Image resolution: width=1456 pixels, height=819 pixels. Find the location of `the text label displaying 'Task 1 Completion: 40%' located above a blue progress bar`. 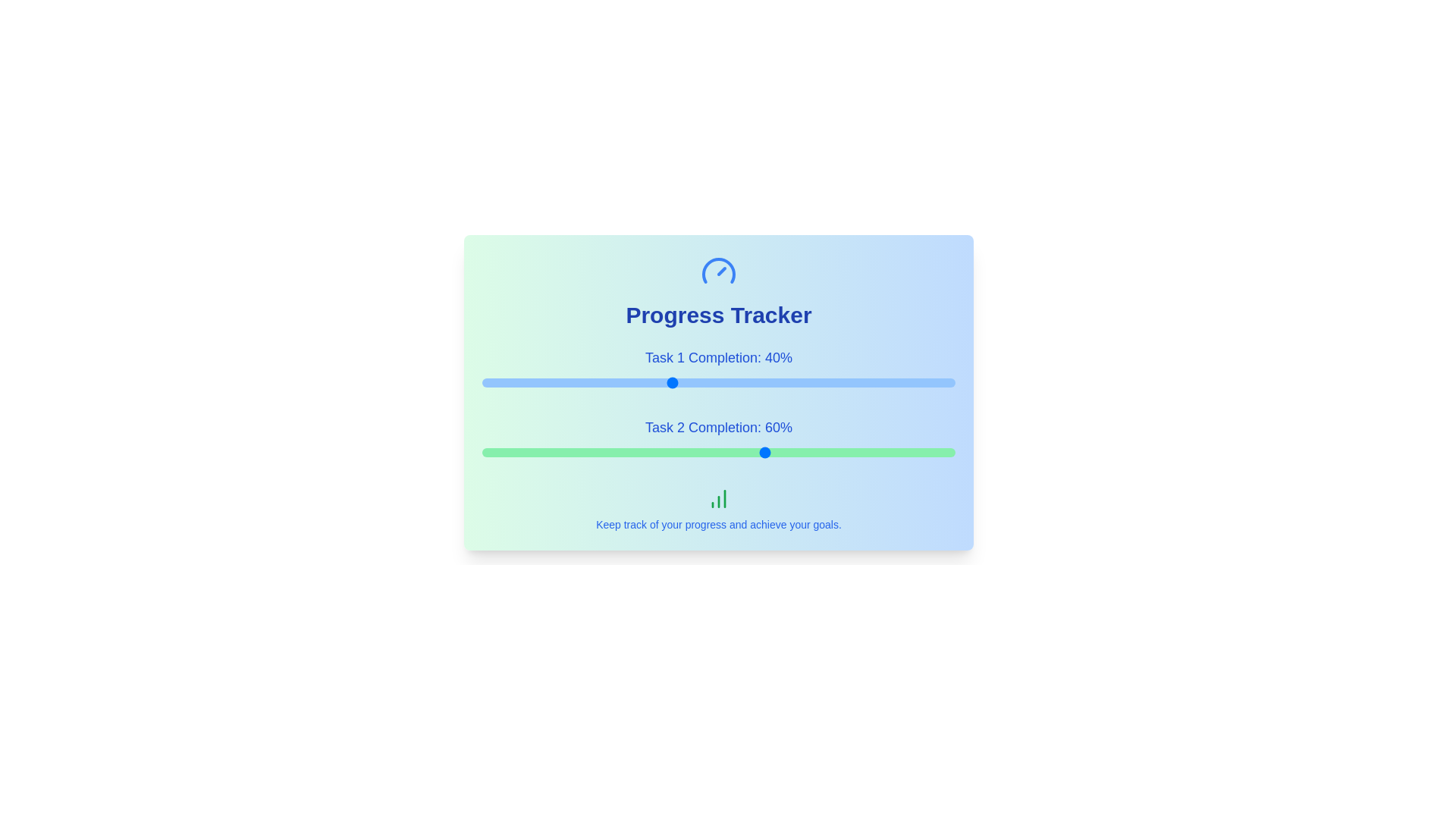

the text label displaying 'Task 1 Completion: 40%' located above a blue progress bar is located at coordinates (718, 370).